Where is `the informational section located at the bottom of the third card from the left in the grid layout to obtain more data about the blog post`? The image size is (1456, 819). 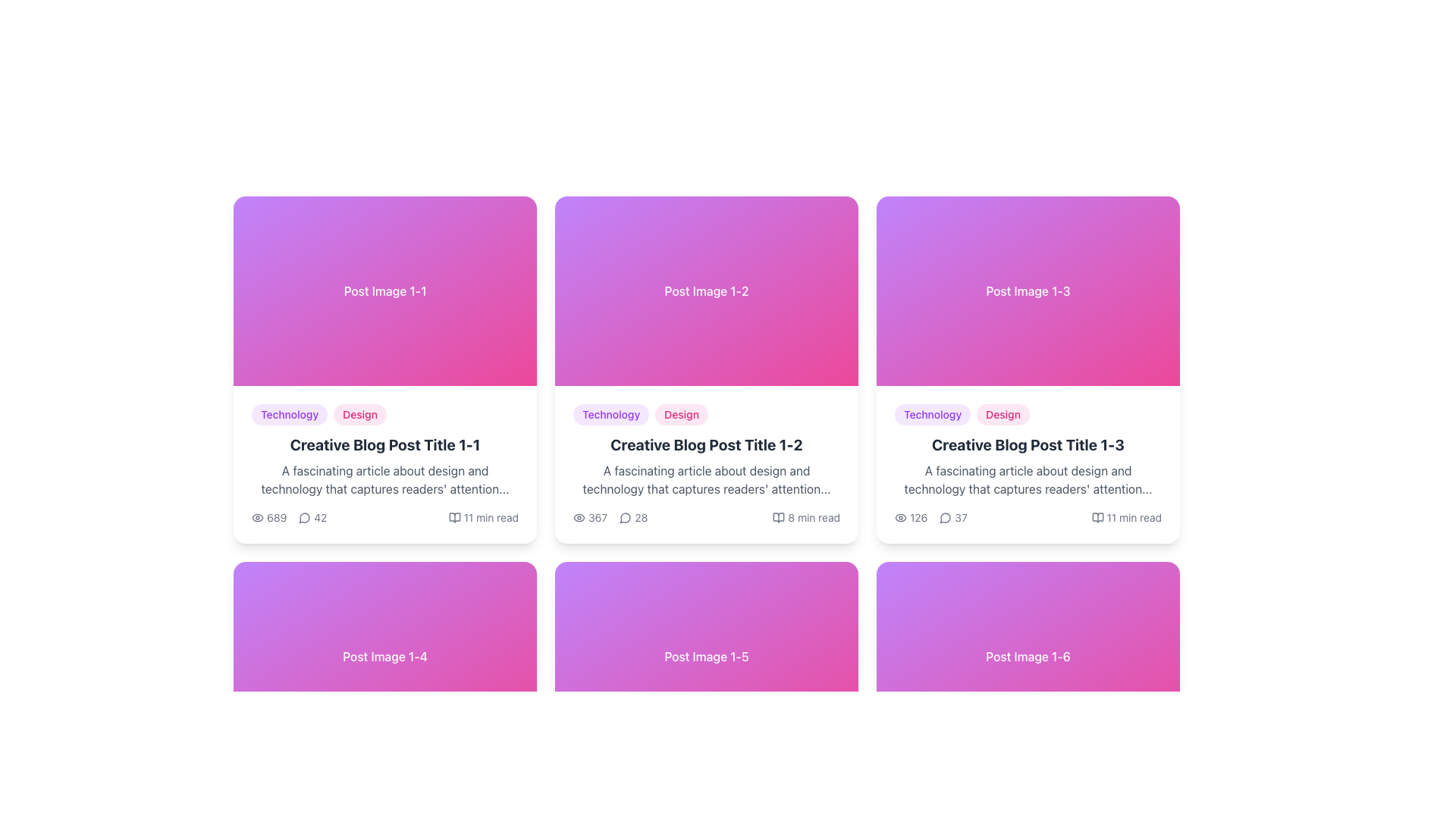
the informational section located at the bottom of the third card from the left in the grid layout to obtain more data about the blog post is located at coordinates (1028, 516).